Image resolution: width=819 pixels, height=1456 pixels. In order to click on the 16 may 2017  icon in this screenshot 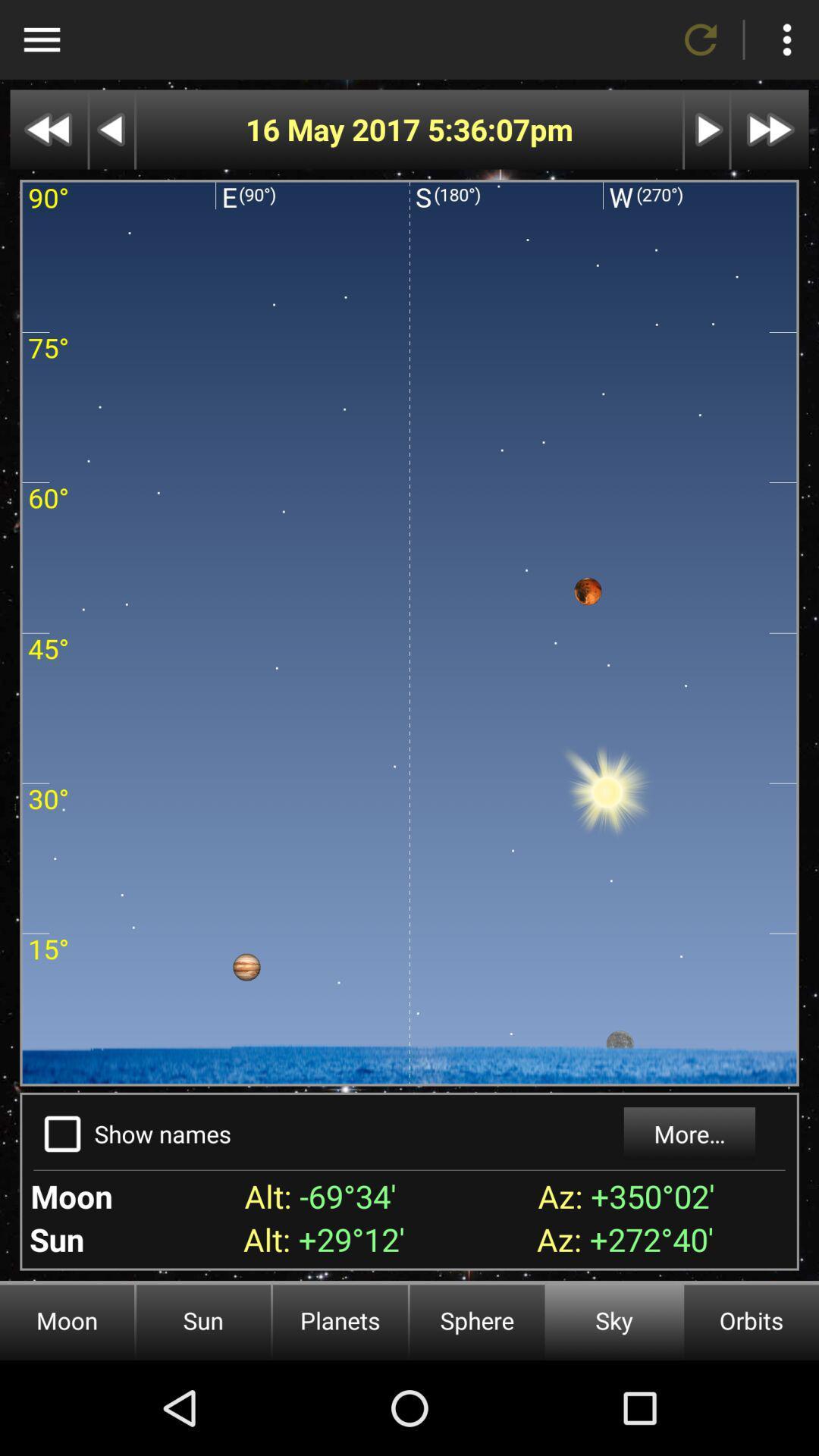, I will do `click(335, 130)`.